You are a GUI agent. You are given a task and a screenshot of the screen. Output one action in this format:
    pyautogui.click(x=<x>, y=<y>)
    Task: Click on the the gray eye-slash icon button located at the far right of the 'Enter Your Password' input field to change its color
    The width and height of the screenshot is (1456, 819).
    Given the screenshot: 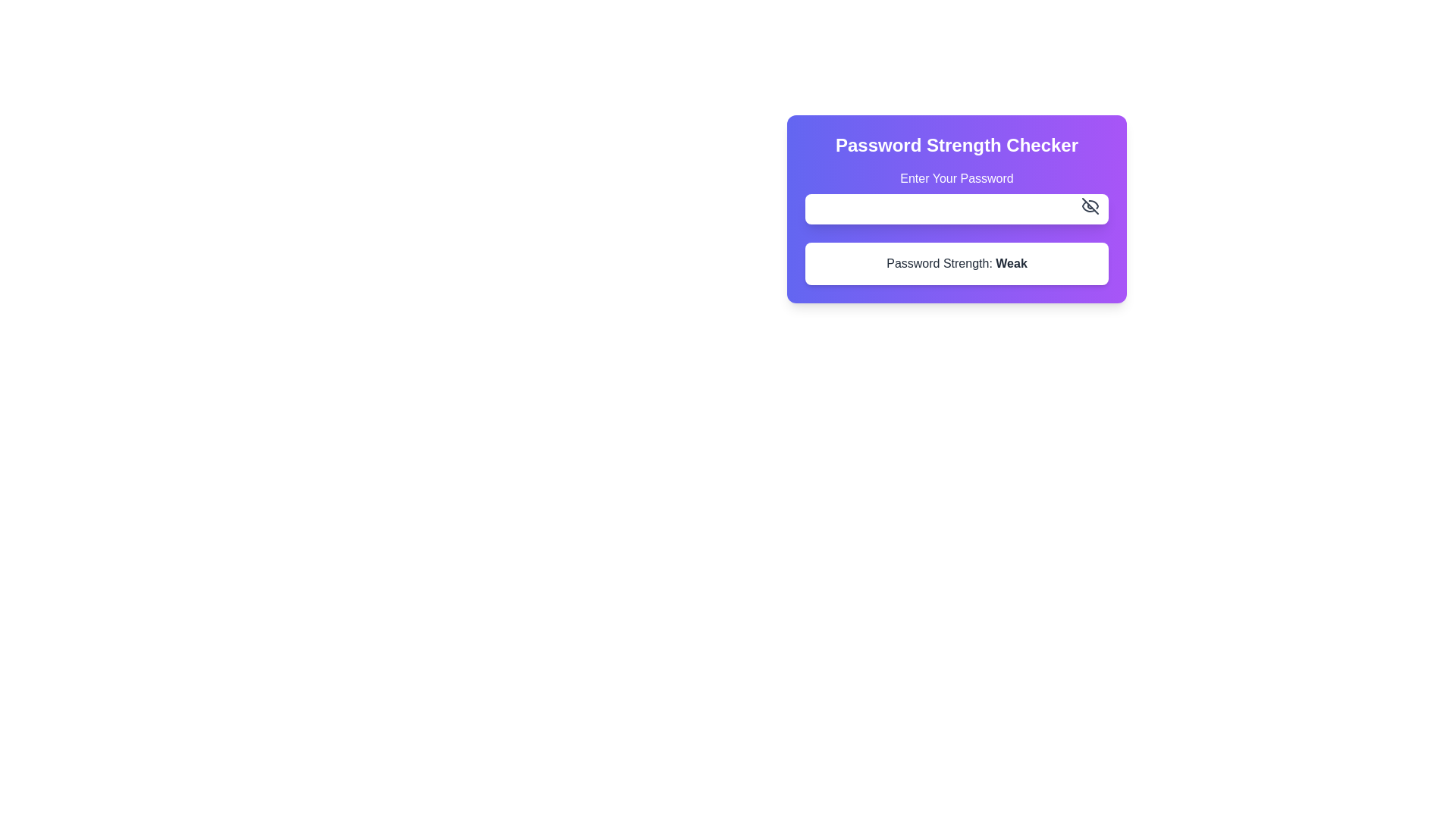 What is the action you would take?
    pyautogui.click(x=1090, y=206)
    